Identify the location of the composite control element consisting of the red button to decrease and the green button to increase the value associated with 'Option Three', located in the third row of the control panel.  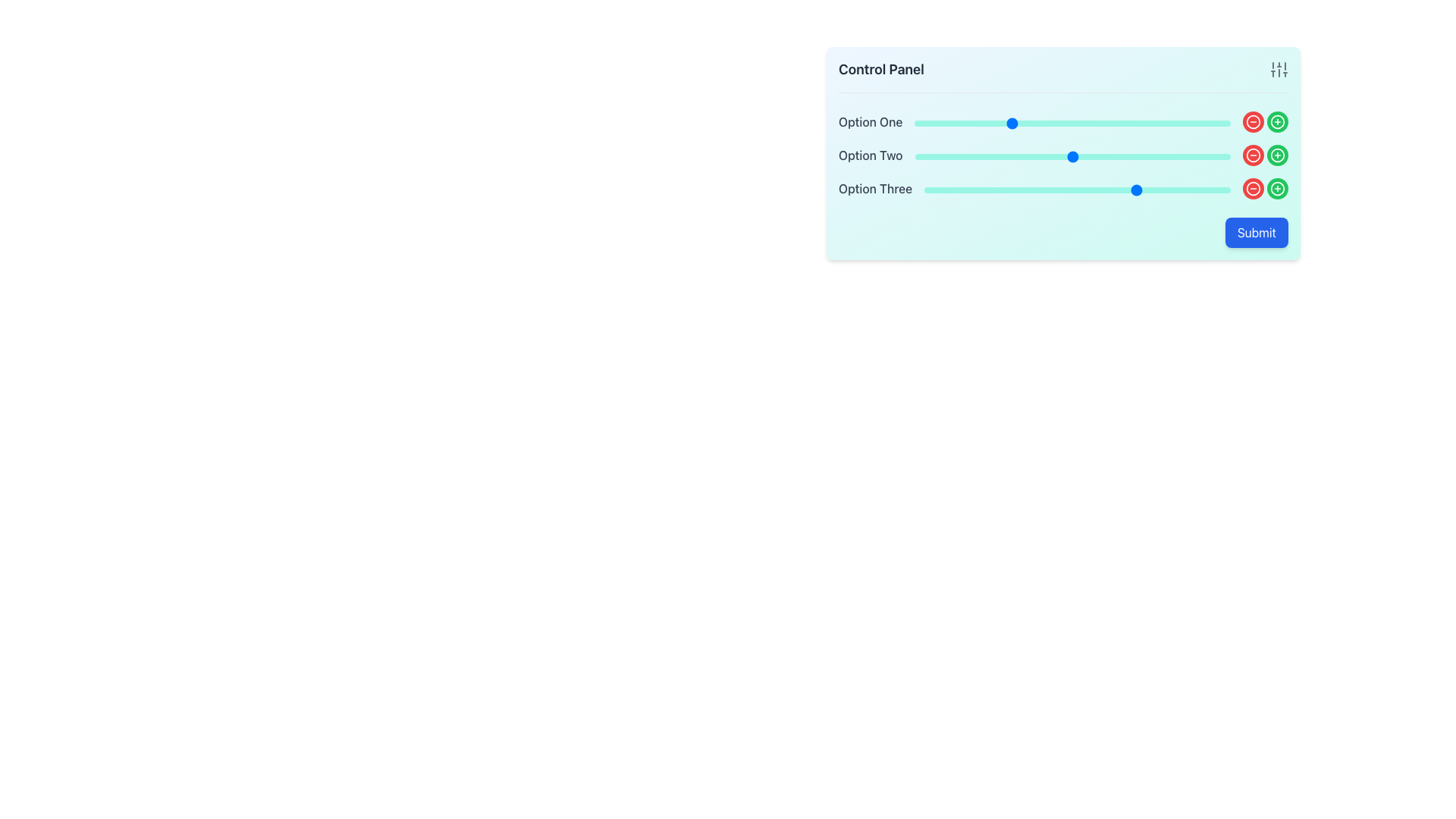
(1266, 188).